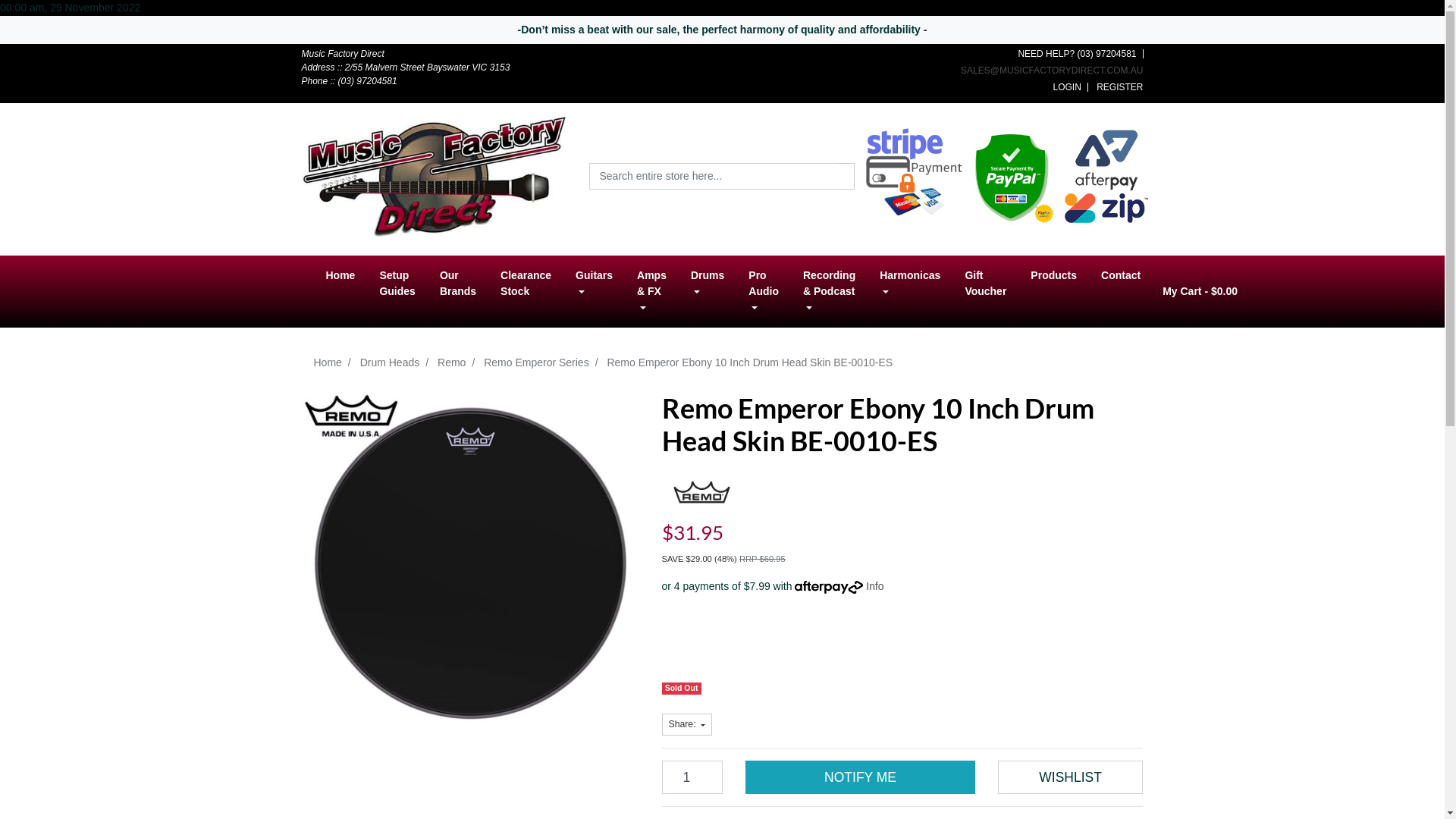  I want to click on 'Amps & FX', so click(651, 291).